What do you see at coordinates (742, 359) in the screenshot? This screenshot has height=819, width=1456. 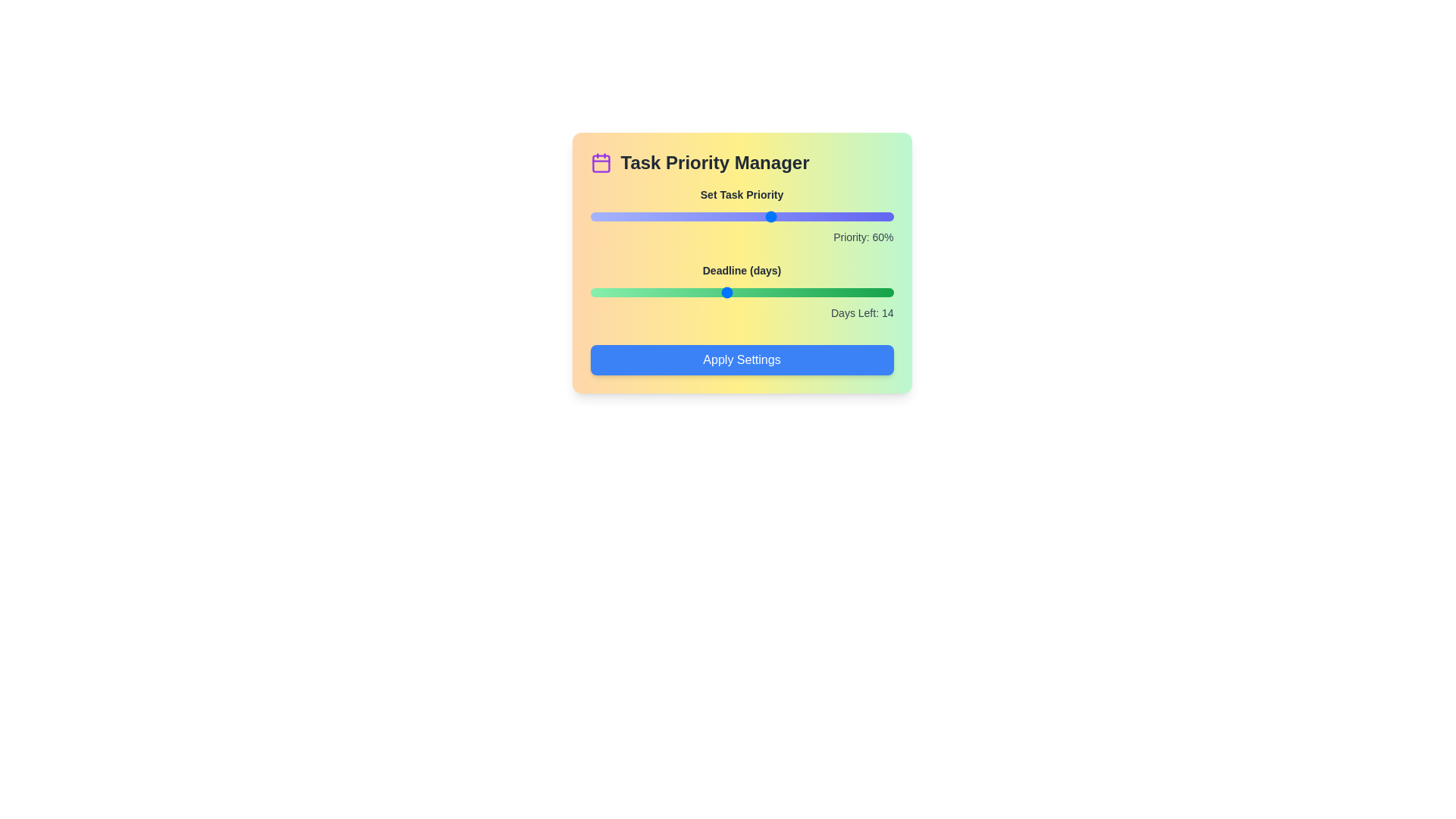 I see `'Apply Settings' button to apply the configured settings` at bounding box center [742, 359].